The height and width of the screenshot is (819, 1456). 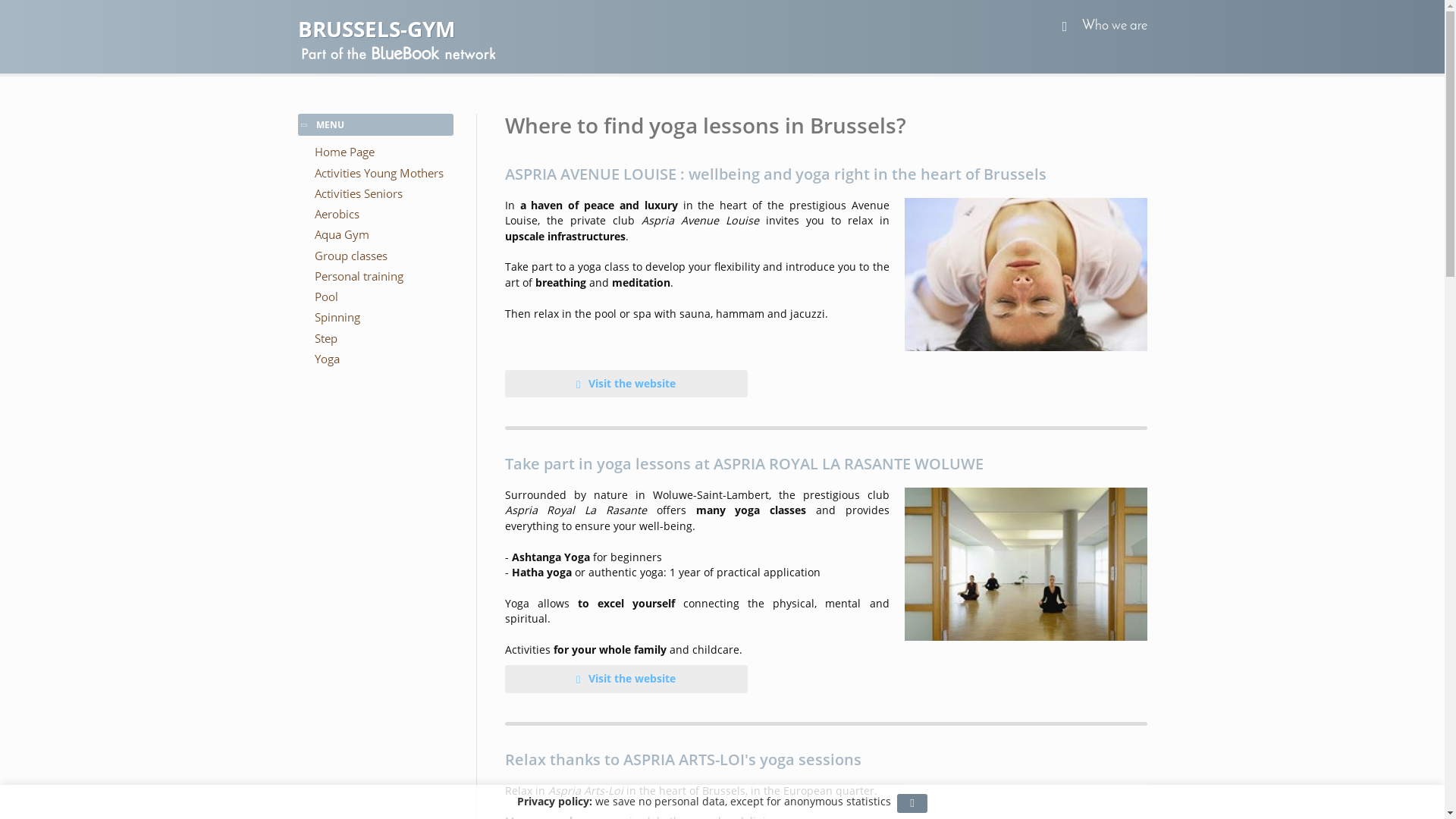 I want to click on 'Visit the website', so click(x=626, y=382).